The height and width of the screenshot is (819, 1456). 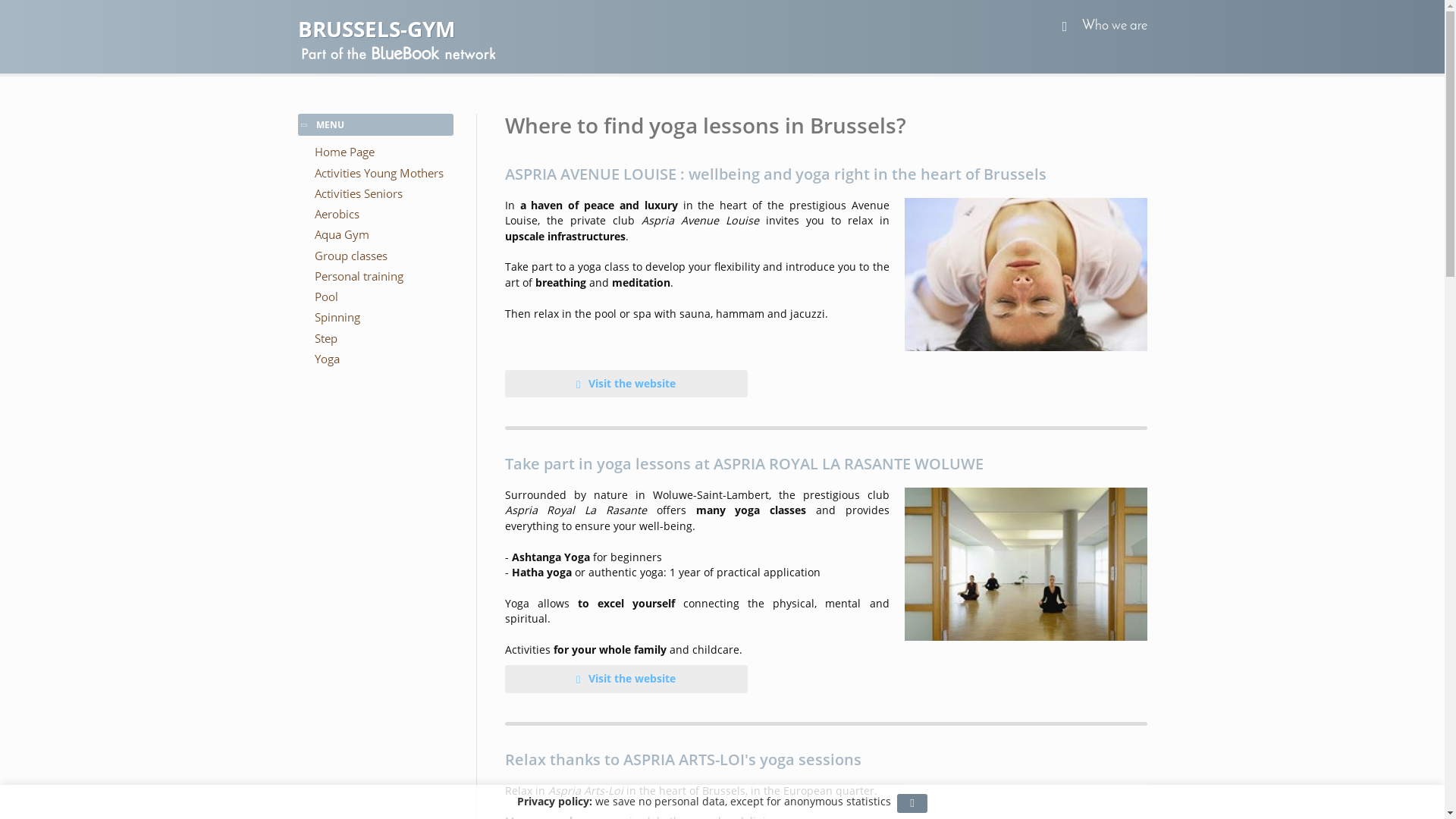 I want to click on 'Visit the website', so click(x=626, y=382).